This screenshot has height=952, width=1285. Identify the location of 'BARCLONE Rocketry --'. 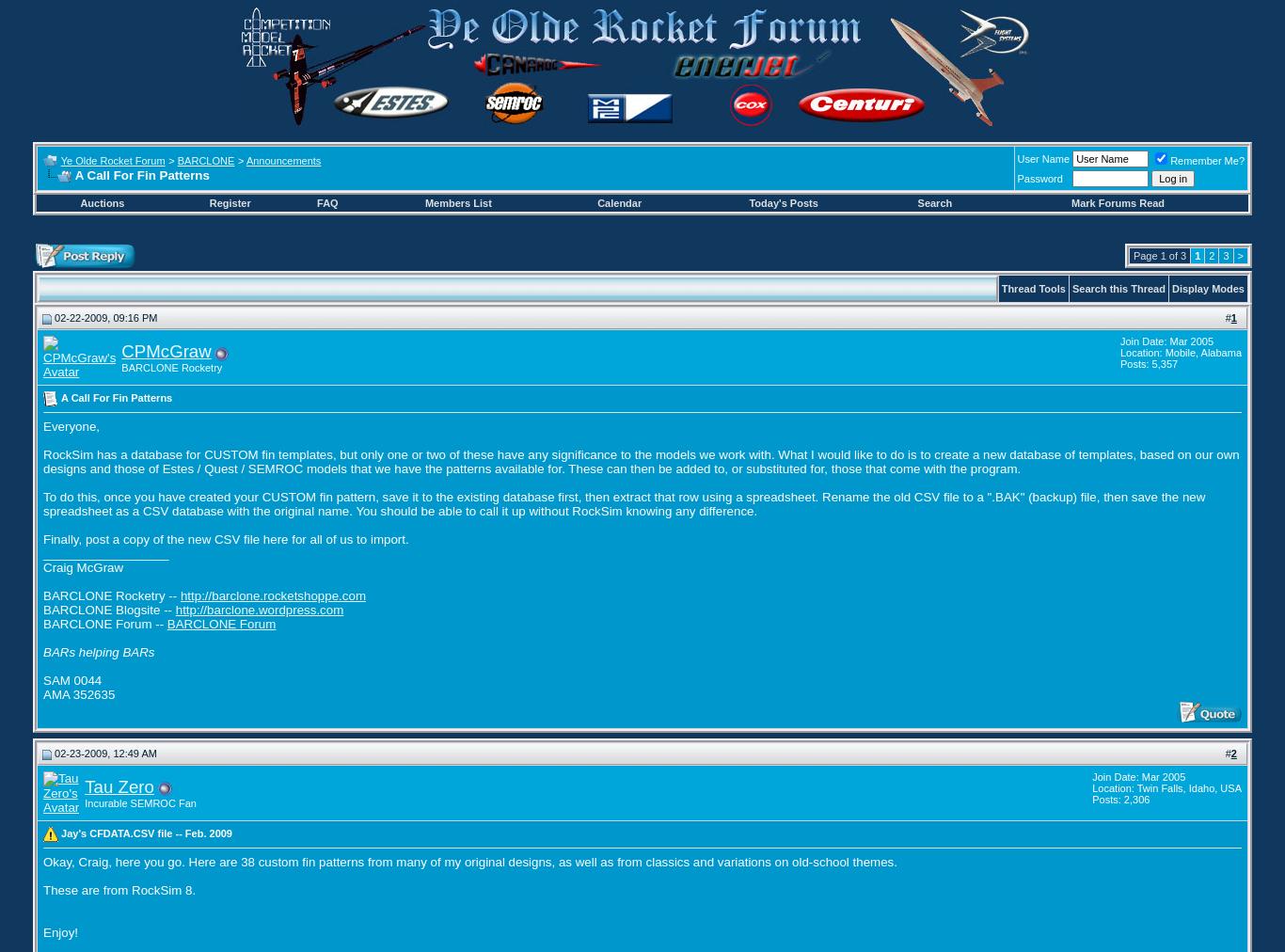
(110, 594).